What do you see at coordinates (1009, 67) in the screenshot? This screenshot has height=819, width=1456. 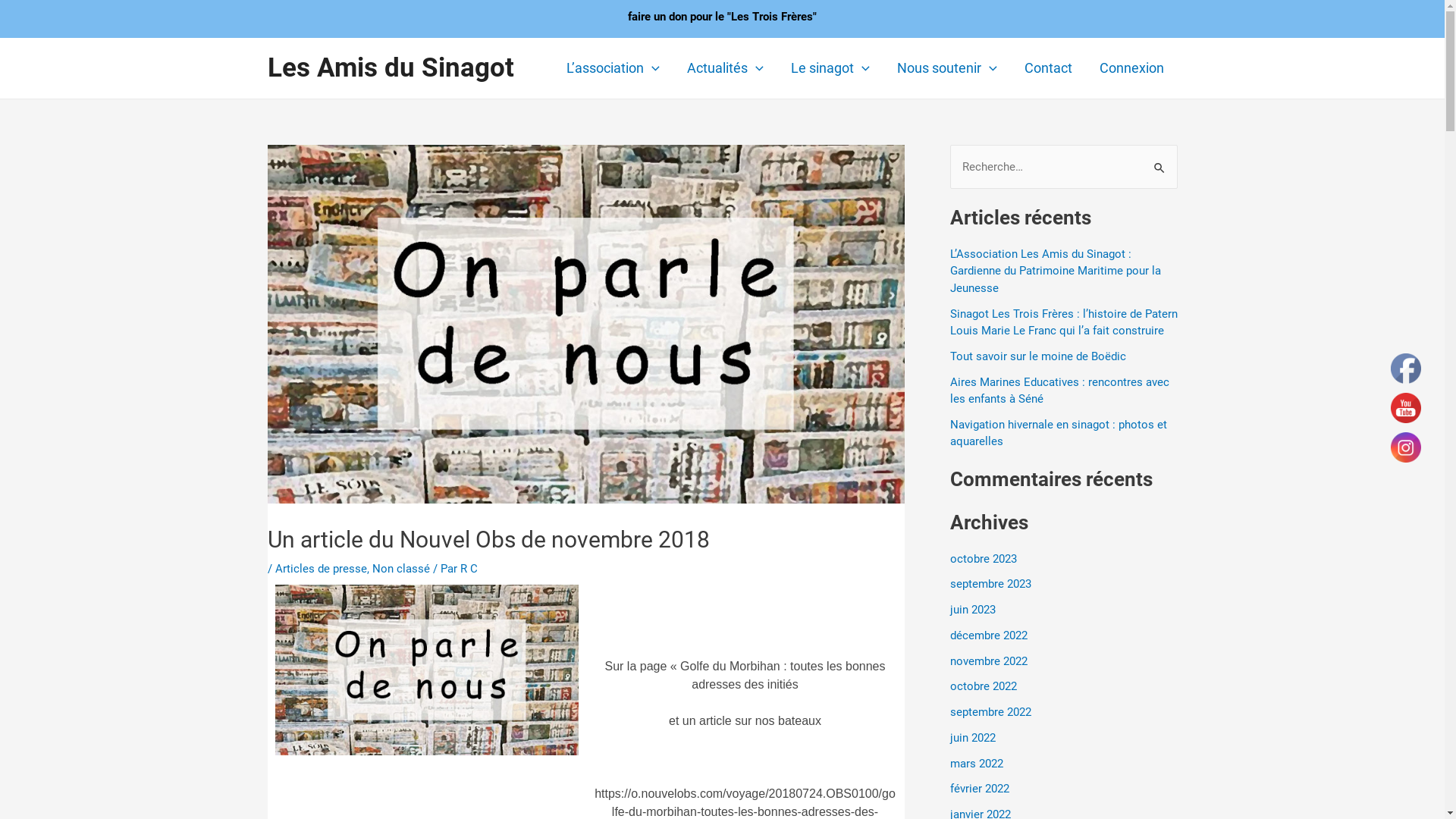 I see `'Contact'` at bounding box center [1009, 67].